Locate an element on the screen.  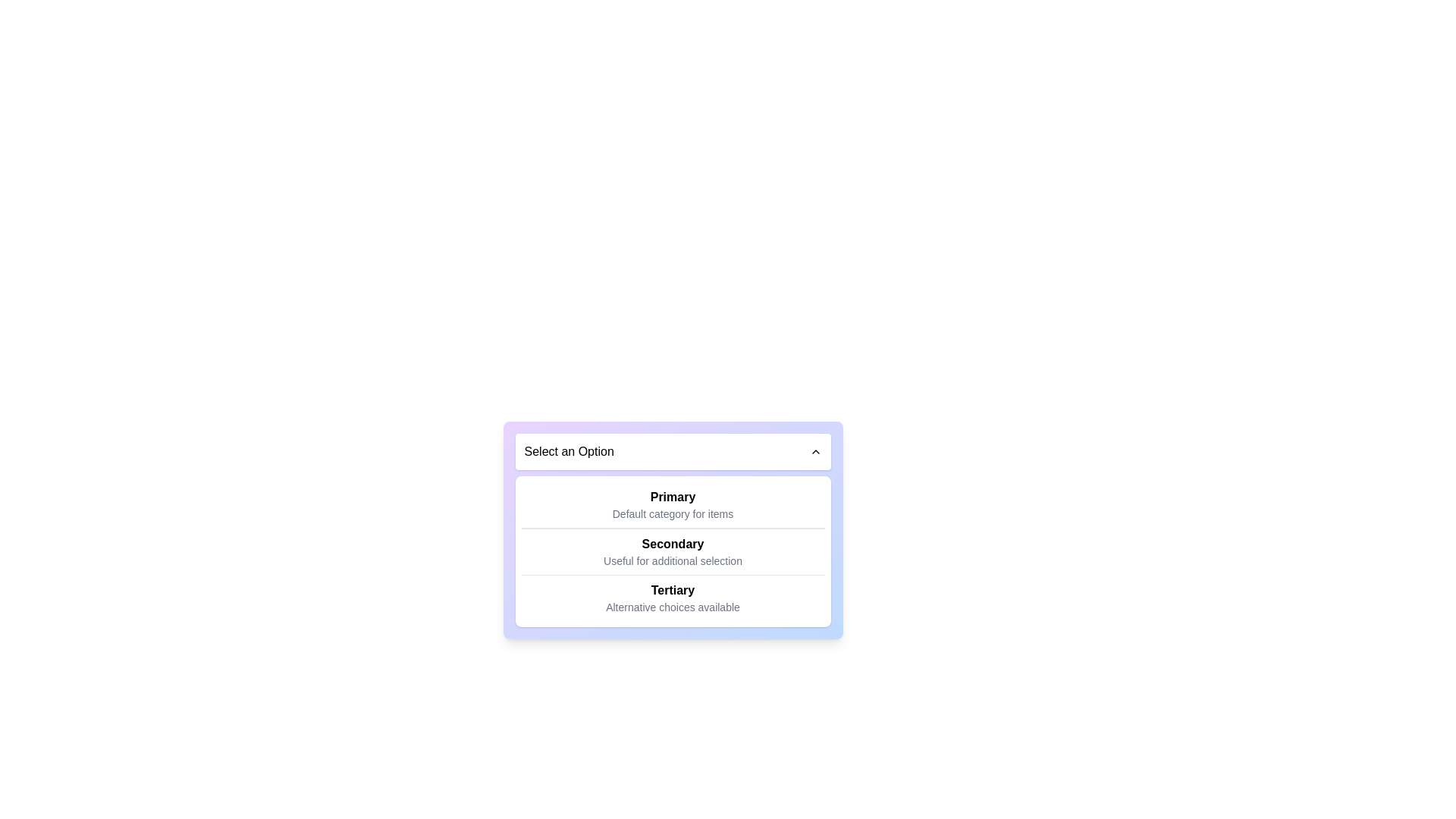
the Text label that provides additional descriptive information about the 'Secondary' option in the dropdown menu, located directly underneath the 'Secondary' label is located at coordinates (672, 561).